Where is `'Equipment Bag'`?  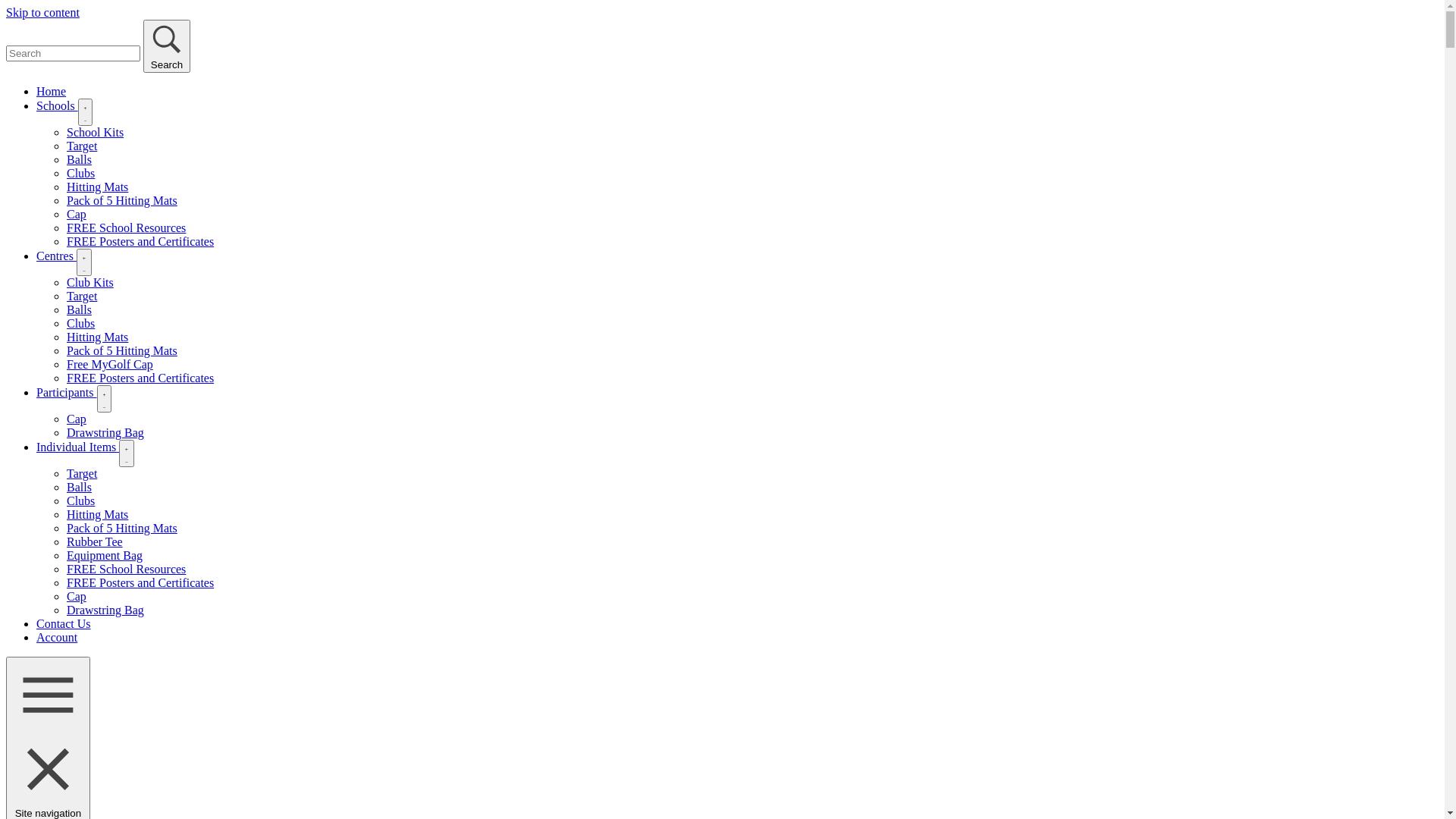 'Equipment Bag' is located at coordinates (104, 555).